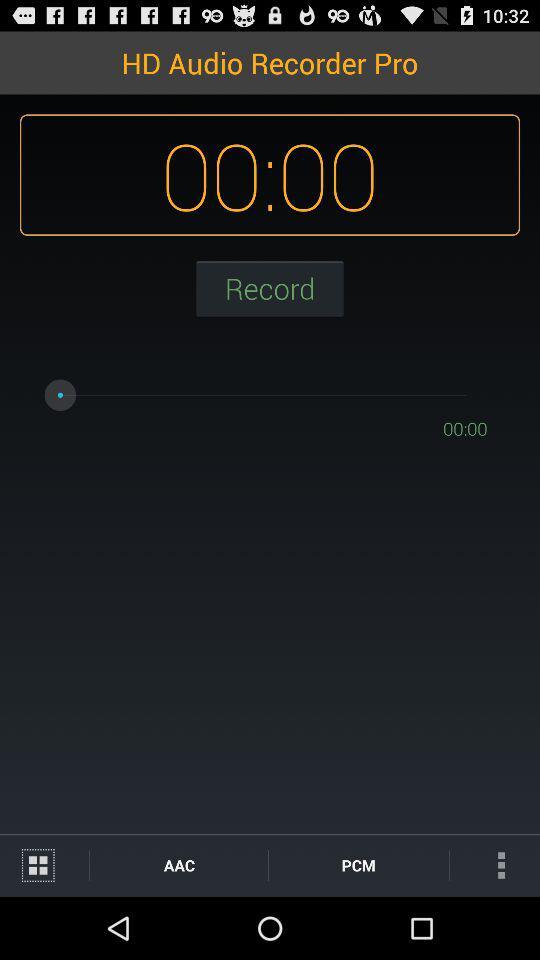  I want to click on the icon below the 00:00, so click(270, 287).